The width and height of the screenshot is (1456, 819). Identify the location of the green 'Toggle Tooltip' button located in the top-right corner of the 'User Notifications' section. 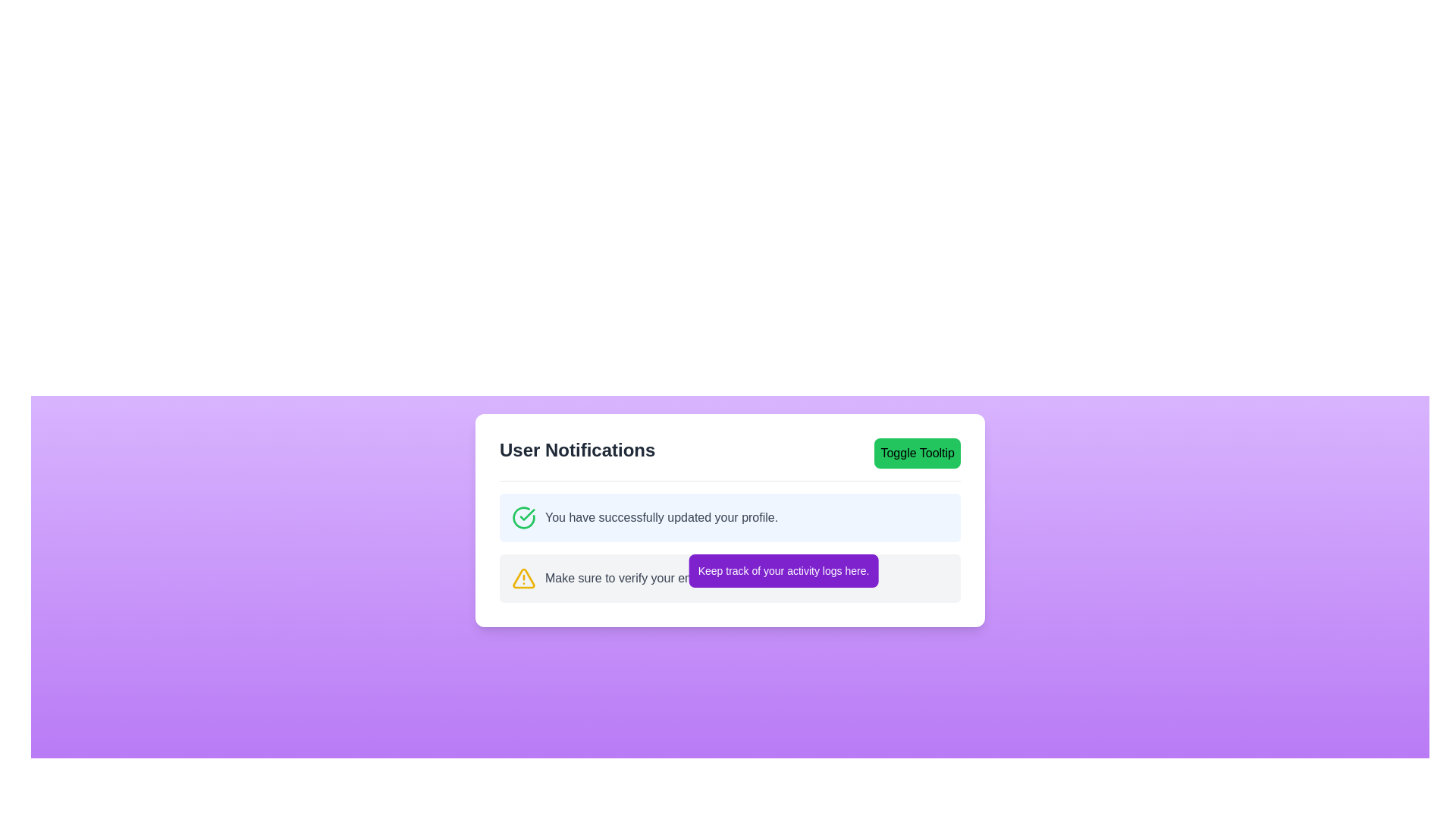
(917, 452).